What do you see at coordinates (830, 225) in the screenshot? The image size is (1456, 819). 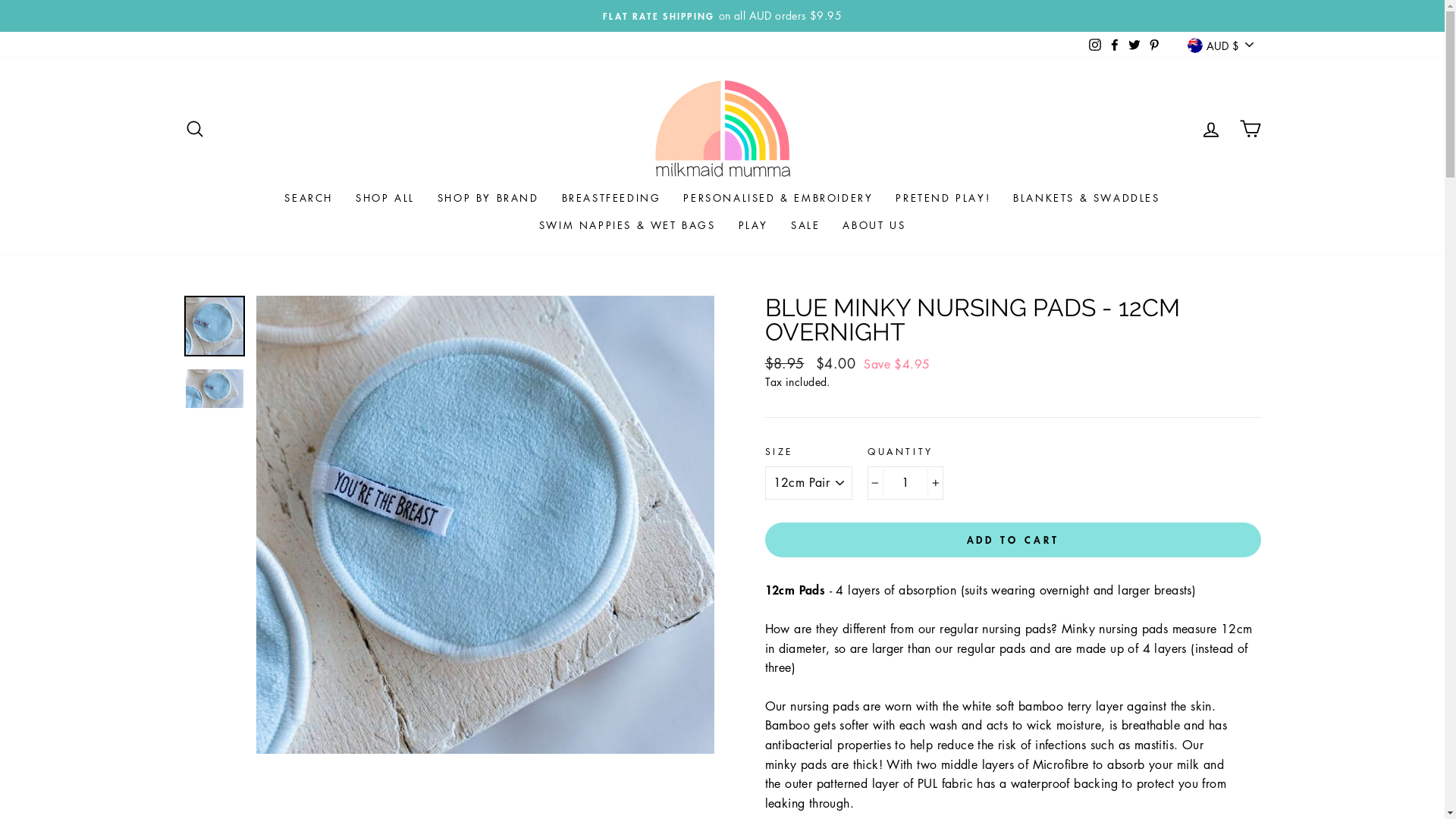 I see `'ABOUT US'` at bounding box center [830, 225].